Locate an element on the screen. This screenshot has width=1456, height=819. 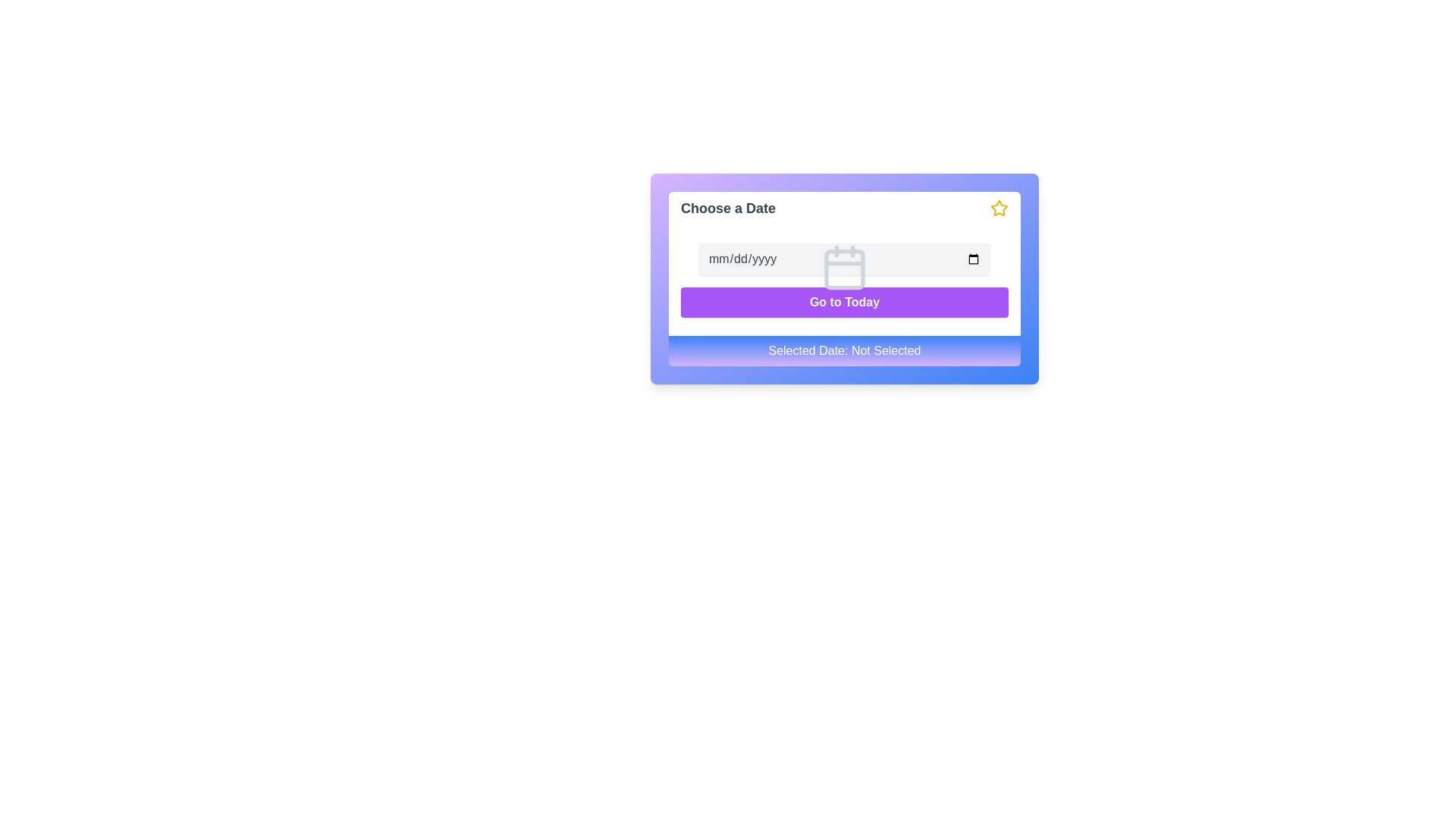
the small rounded rectangle located inside the calendar icon, which is styled in light gray and positioned centrally within the icon's visible area is located at coordinates (843, 268).